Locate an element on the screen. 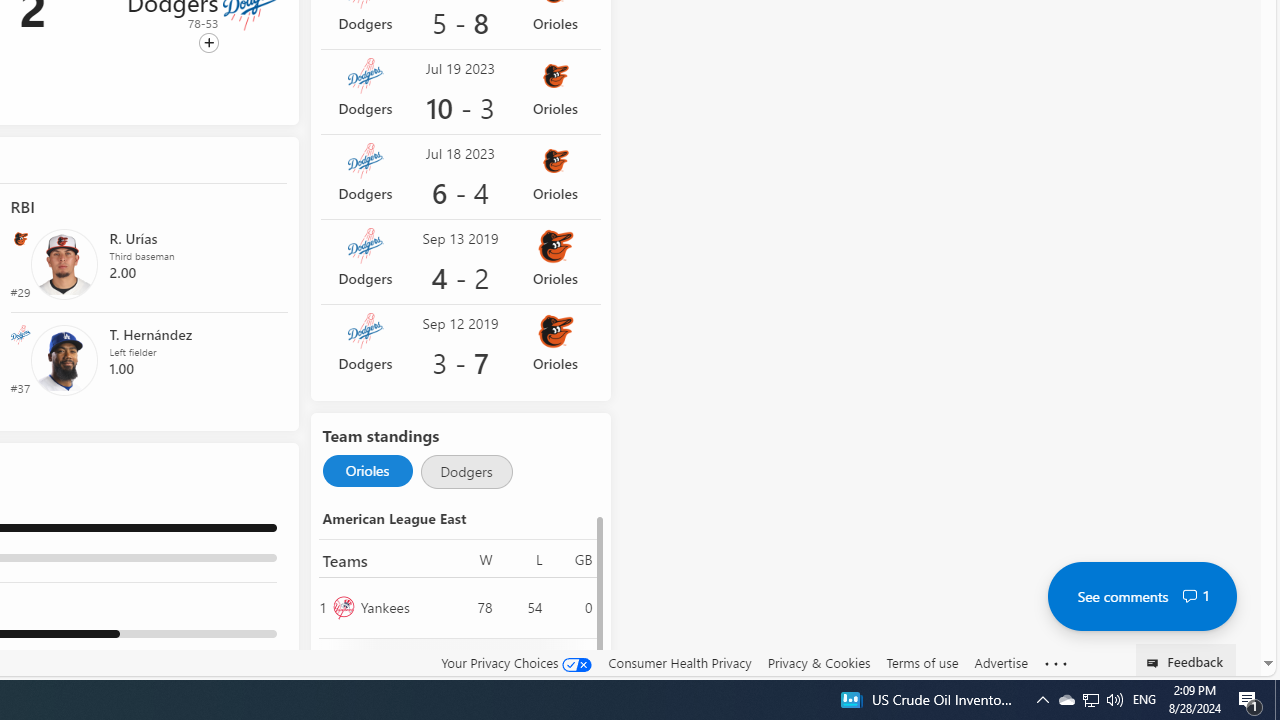  'Your Privacy Choices' is located at coordinates (517, 662).